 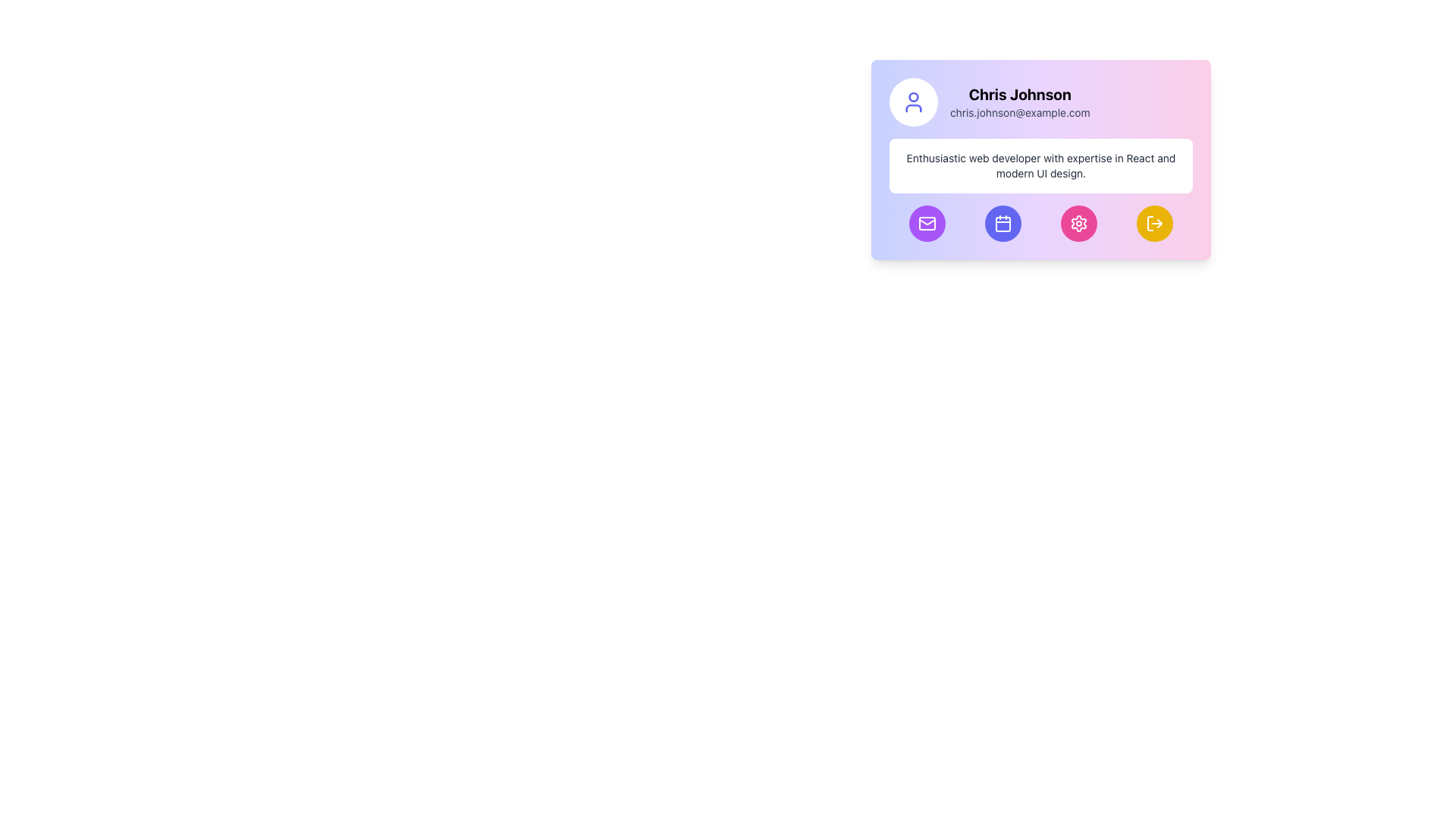 What do you see at coordinates (1020, 112) in the screenshot?
I see `the text label displaying the email address 'chris.johnson@example.com', which is styled in gray and appears below the name 'Chris Johnson' in a card layout` at bounding box center [1020, 112].